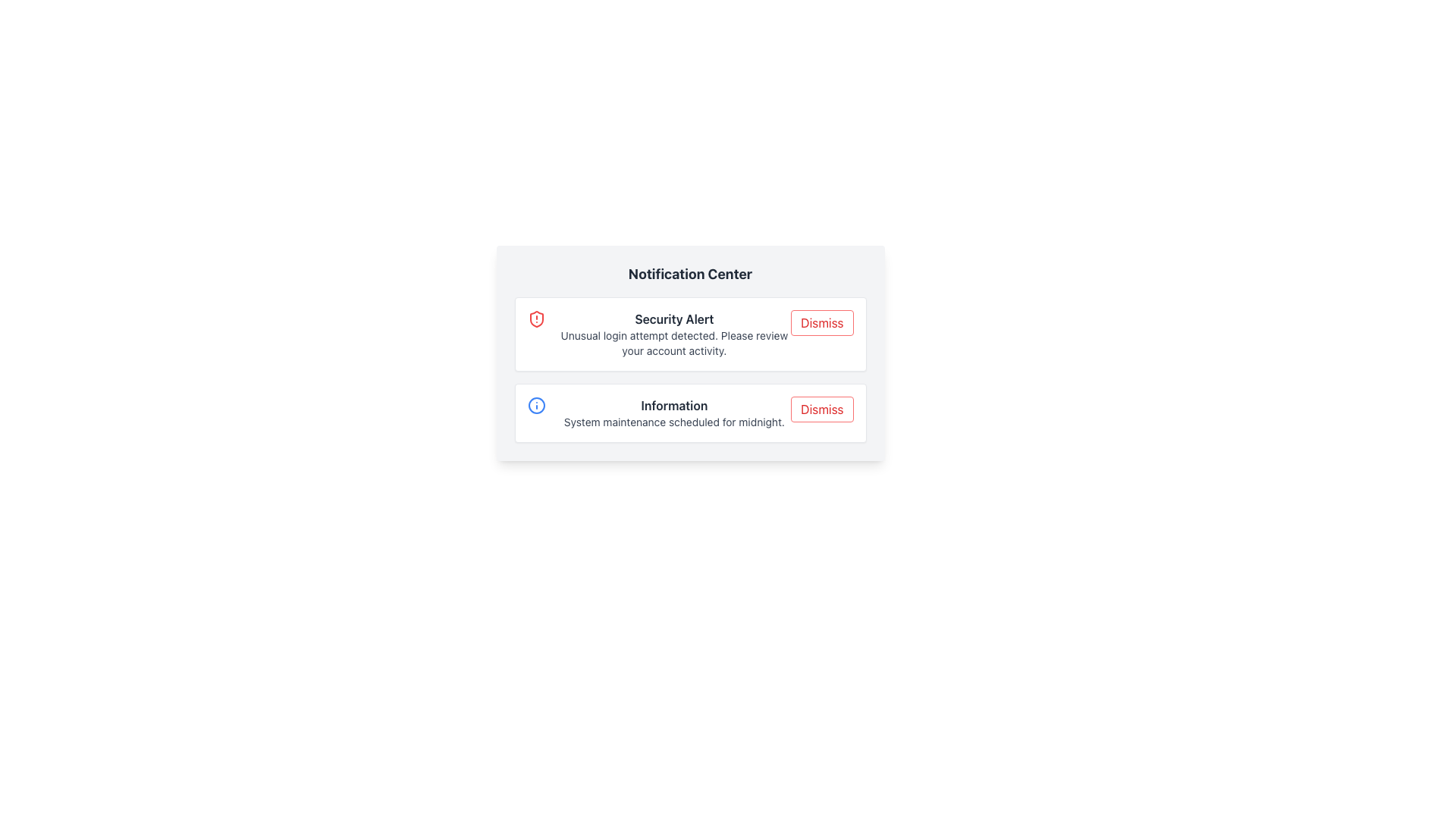  I want to click on the title text label of the notification that summarizes the alert for the user, which is located above the text 'Unusual login attempt detected.', so click(673, 318).